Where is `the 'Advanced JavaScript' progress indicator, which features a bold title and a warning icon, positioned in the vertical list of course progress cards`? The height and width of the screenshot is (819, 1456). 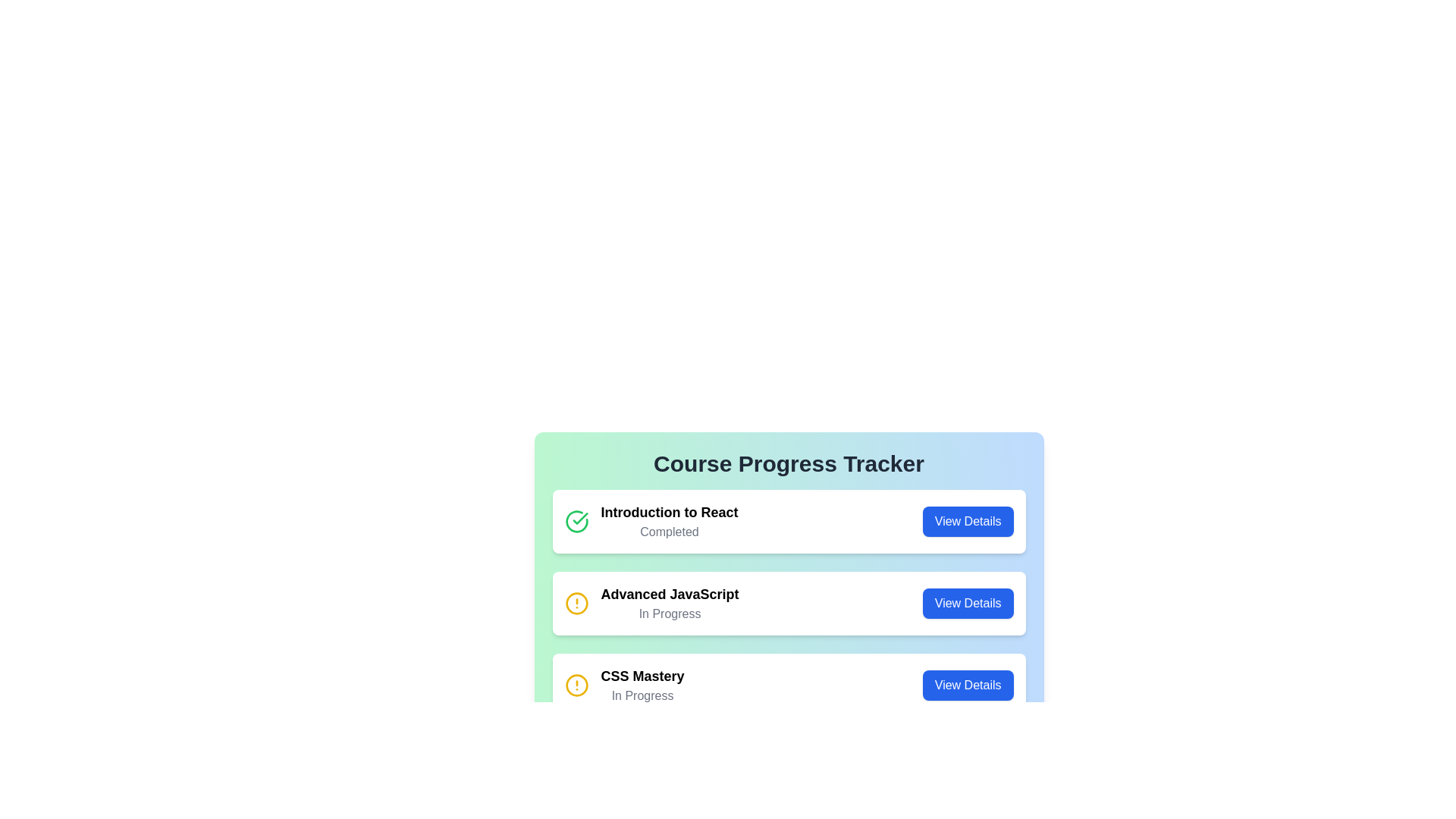 the 'Advanced JavaScript' progress indicator, which features a bold title and a warning icon, positioned in the vertical list of course progress cards is located at coordinates (651, 602).